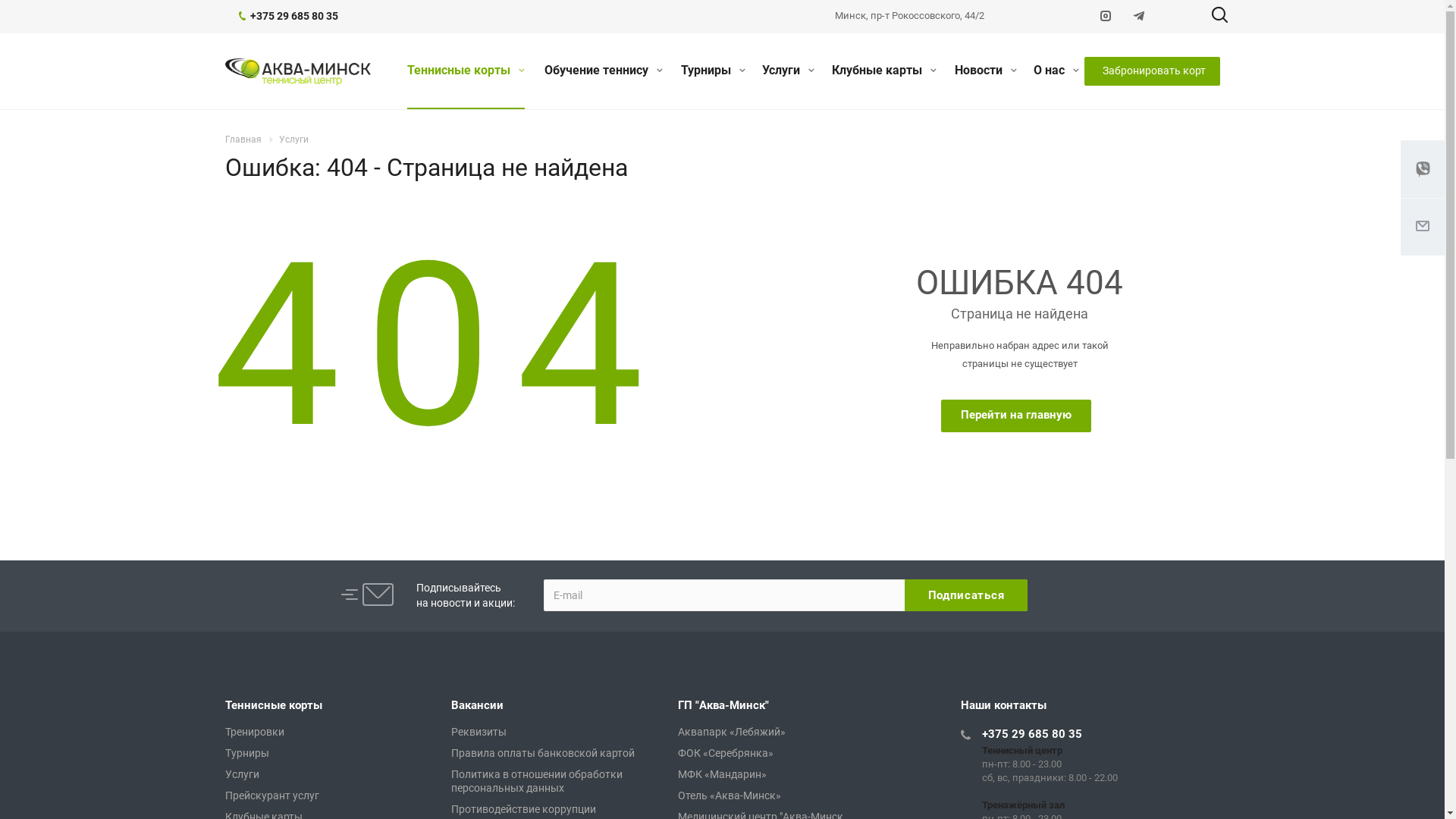 The image size is (1456, 819). I want to click on '+375 29 685 80 35', so click(1031, 733).